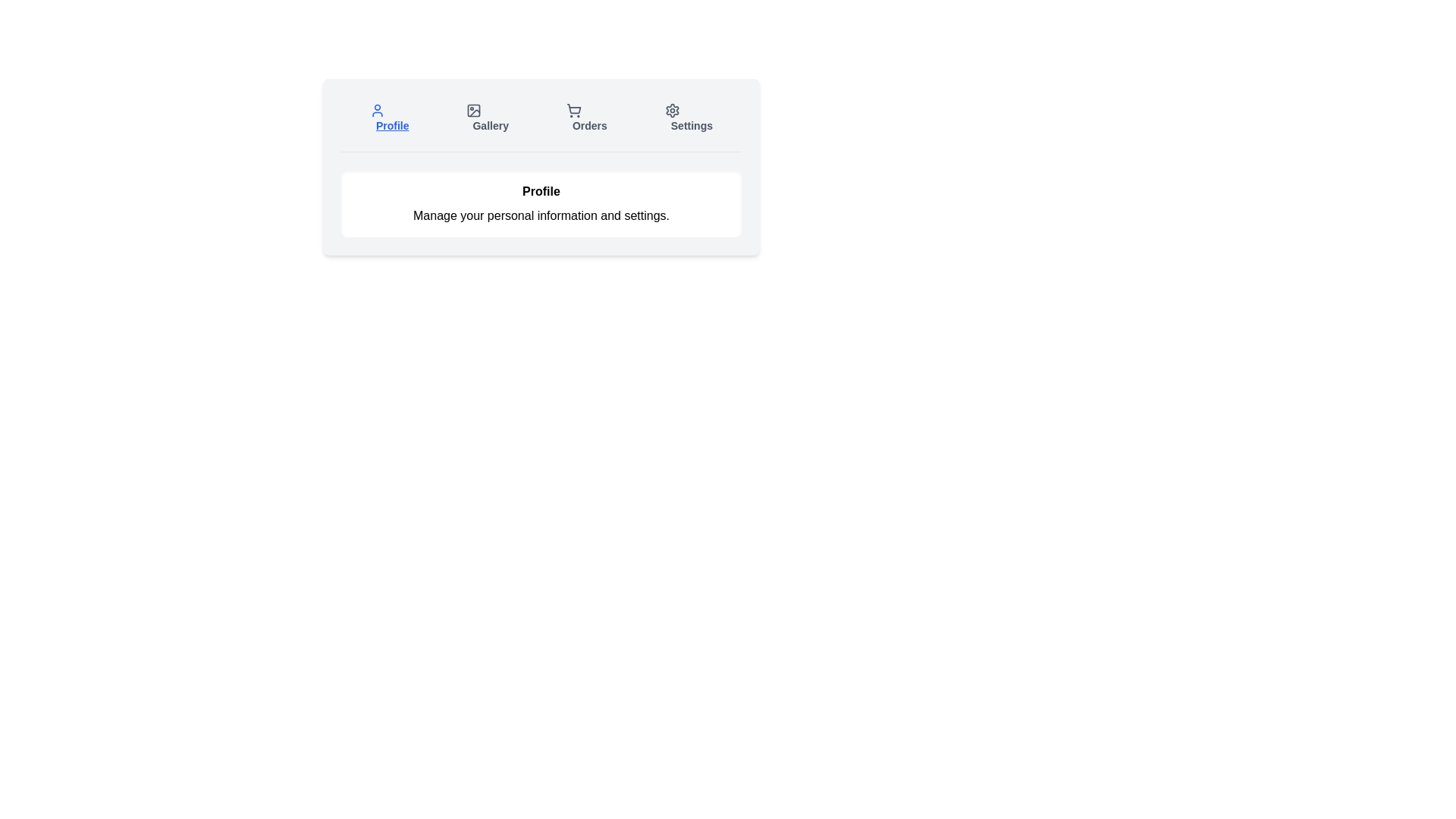 Image resolution: width=1456 pixels, height=819 pixels. What do you see at coordinates (488, 117) in the screenshot?
I see `the tab labeled Gallery` at bounding box center [488, 117].